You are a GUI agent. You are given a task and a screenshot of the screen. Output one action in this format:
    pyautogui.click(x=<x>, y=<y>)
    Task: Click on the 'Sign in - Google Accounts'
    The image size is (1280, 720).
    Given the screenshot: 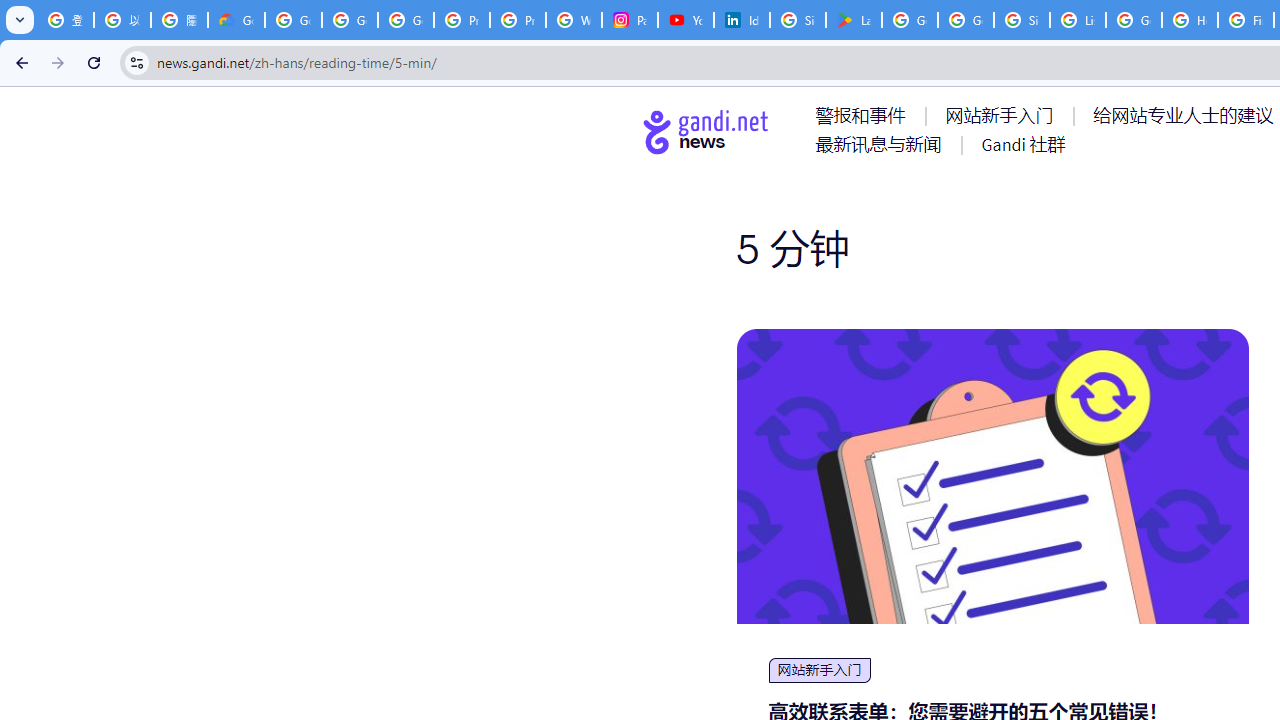 What is the action you would take?
    pyautogui.click(x=1022, y=20)
    